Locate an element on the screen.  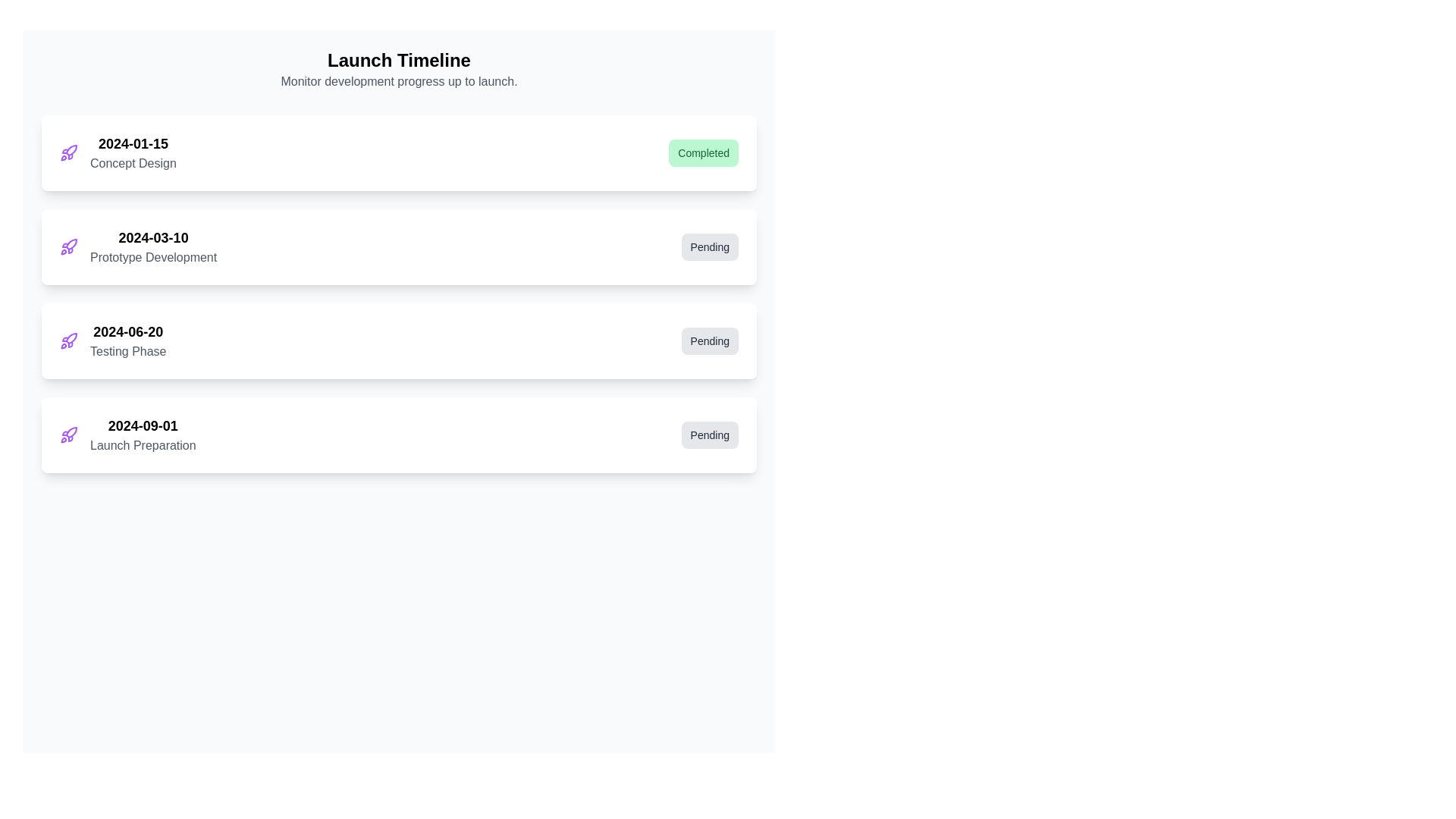
the text label displaying 'Testing Phase', which is located directly under the date '2024-06-20' in the third row of the list under the 'Launch Timeline' section is located at coordinates (128, 351).